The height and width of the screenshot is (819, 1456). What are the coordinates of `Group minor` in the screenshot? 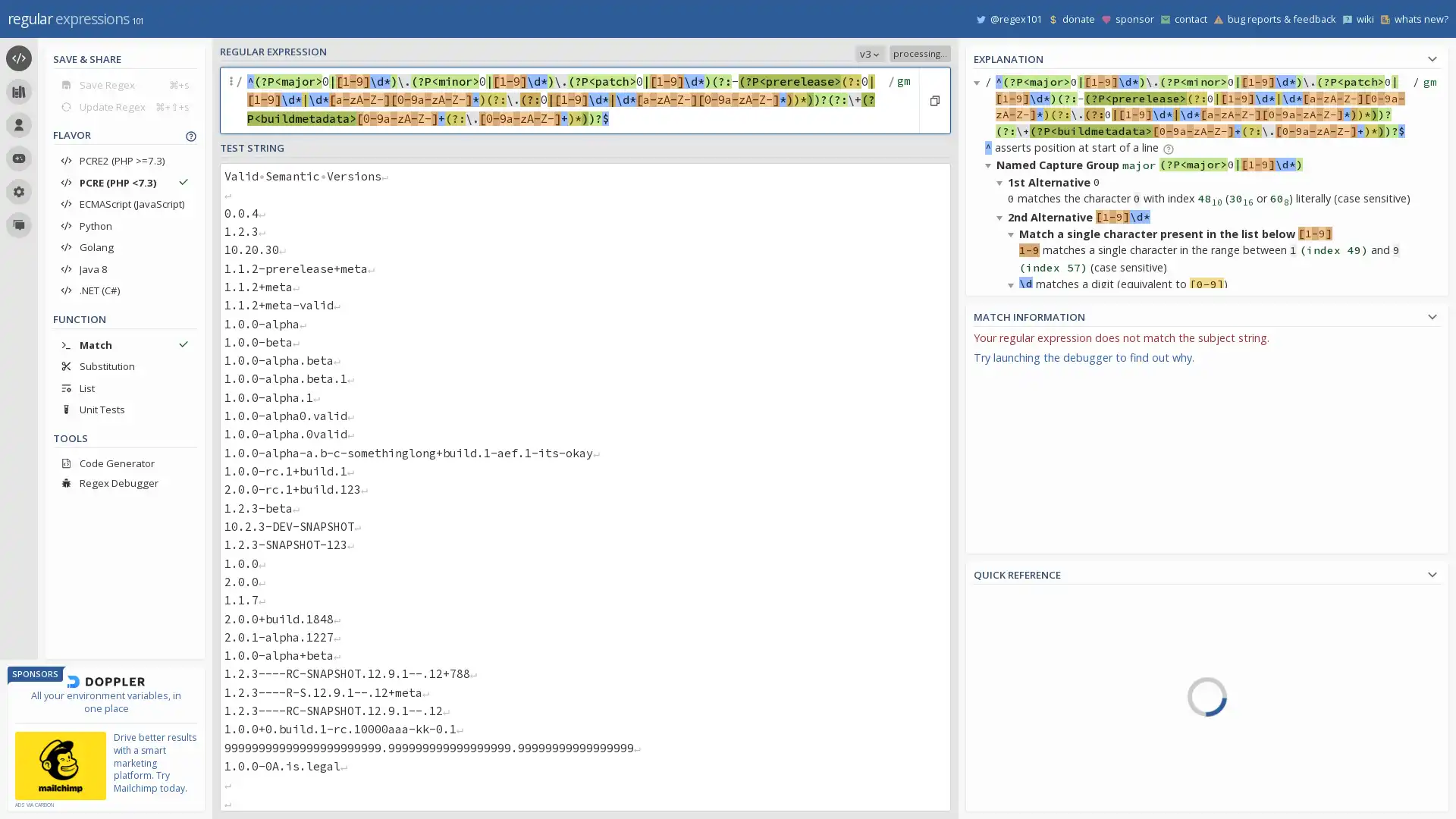 It's located at (1040, 777).